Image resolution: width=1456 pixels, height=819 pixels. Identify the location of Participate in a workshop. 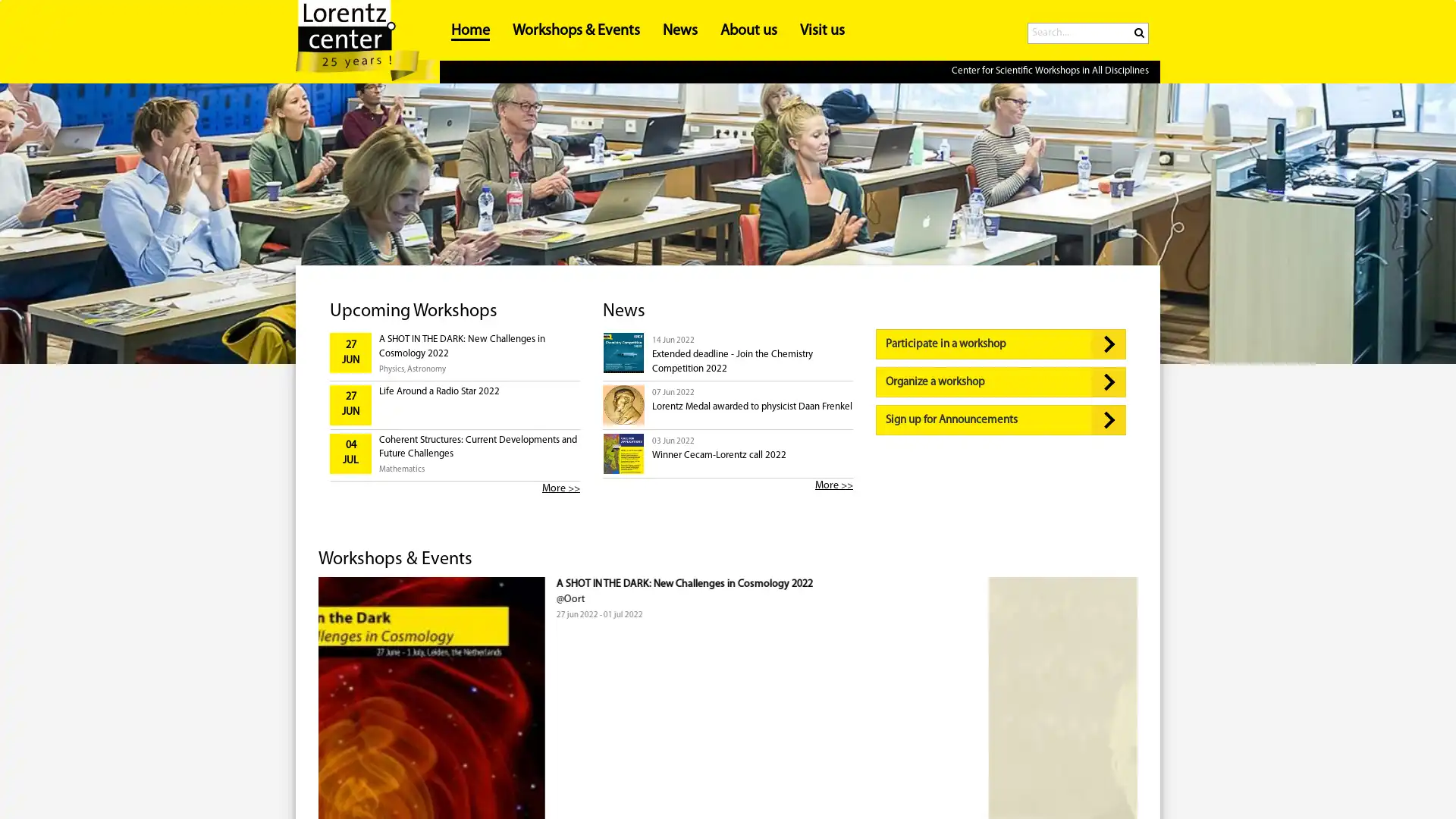
(1001, 344).